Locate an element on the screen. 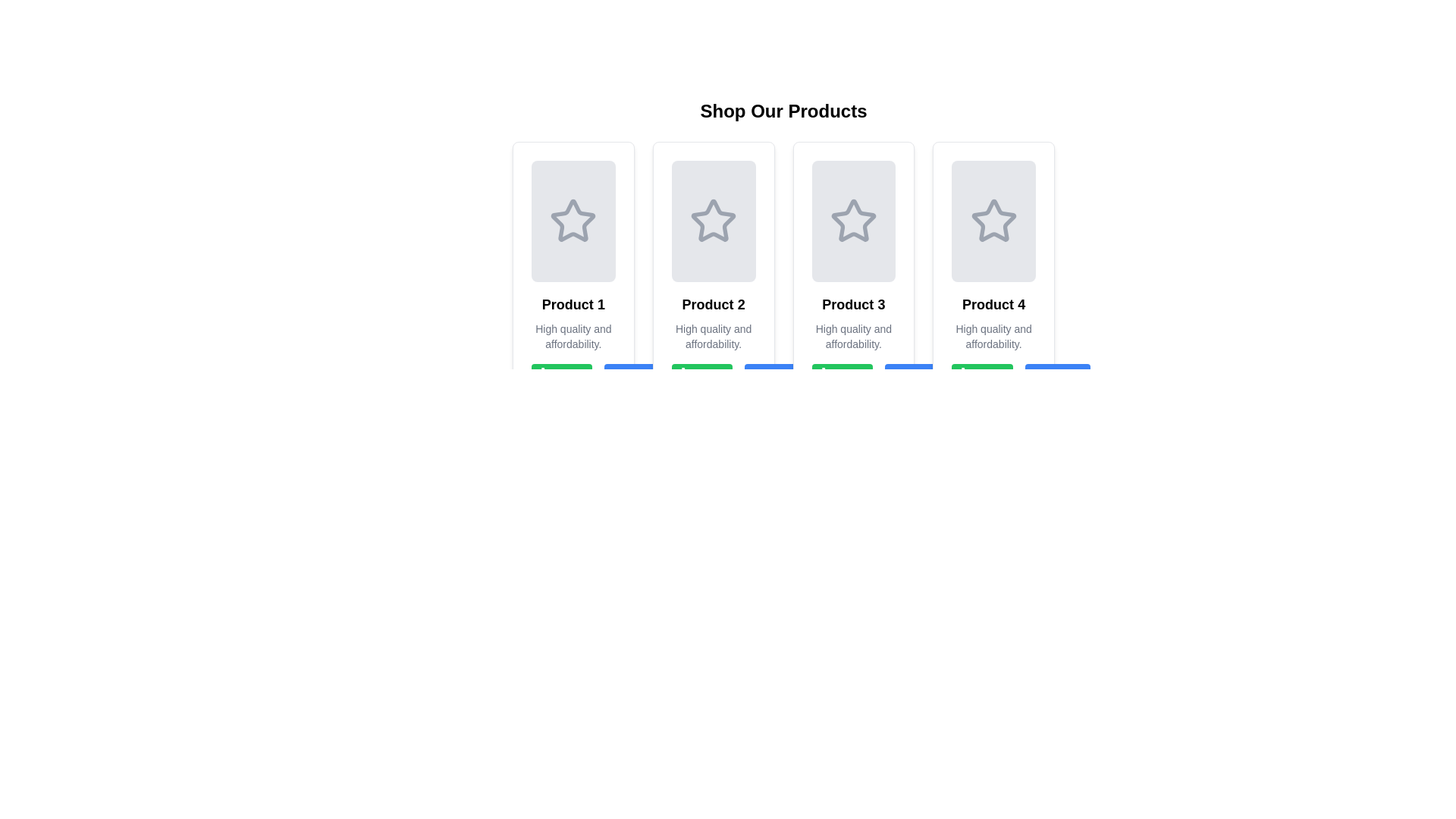 The image size is (1456, 819). the shopping cart icon located within the green rounded button labeled 'Add' is located at coordinates (969, 375).